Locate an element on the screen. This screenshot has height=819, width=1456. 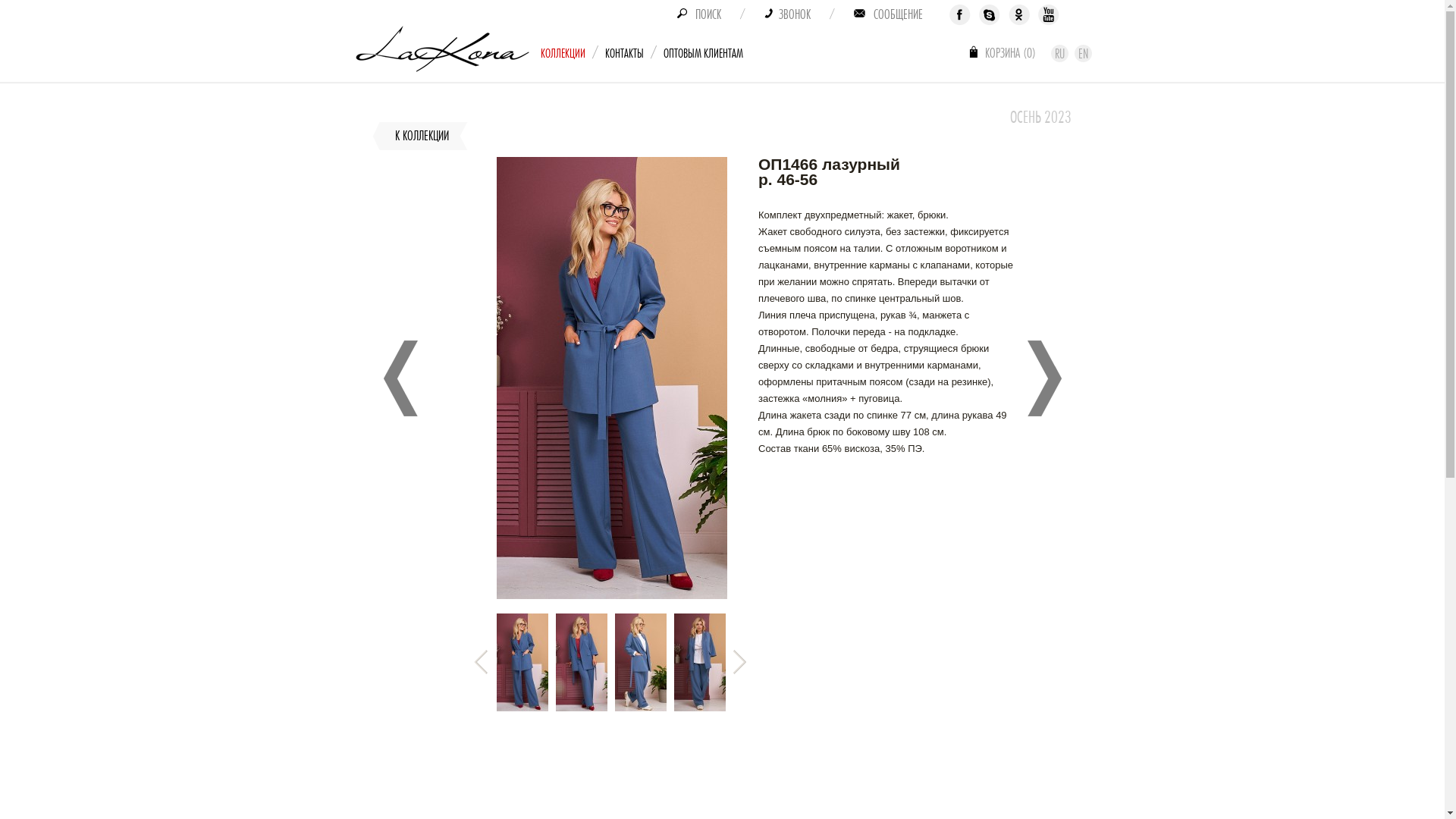
'Click to zoom in.' is located at coordinates (611, 595).